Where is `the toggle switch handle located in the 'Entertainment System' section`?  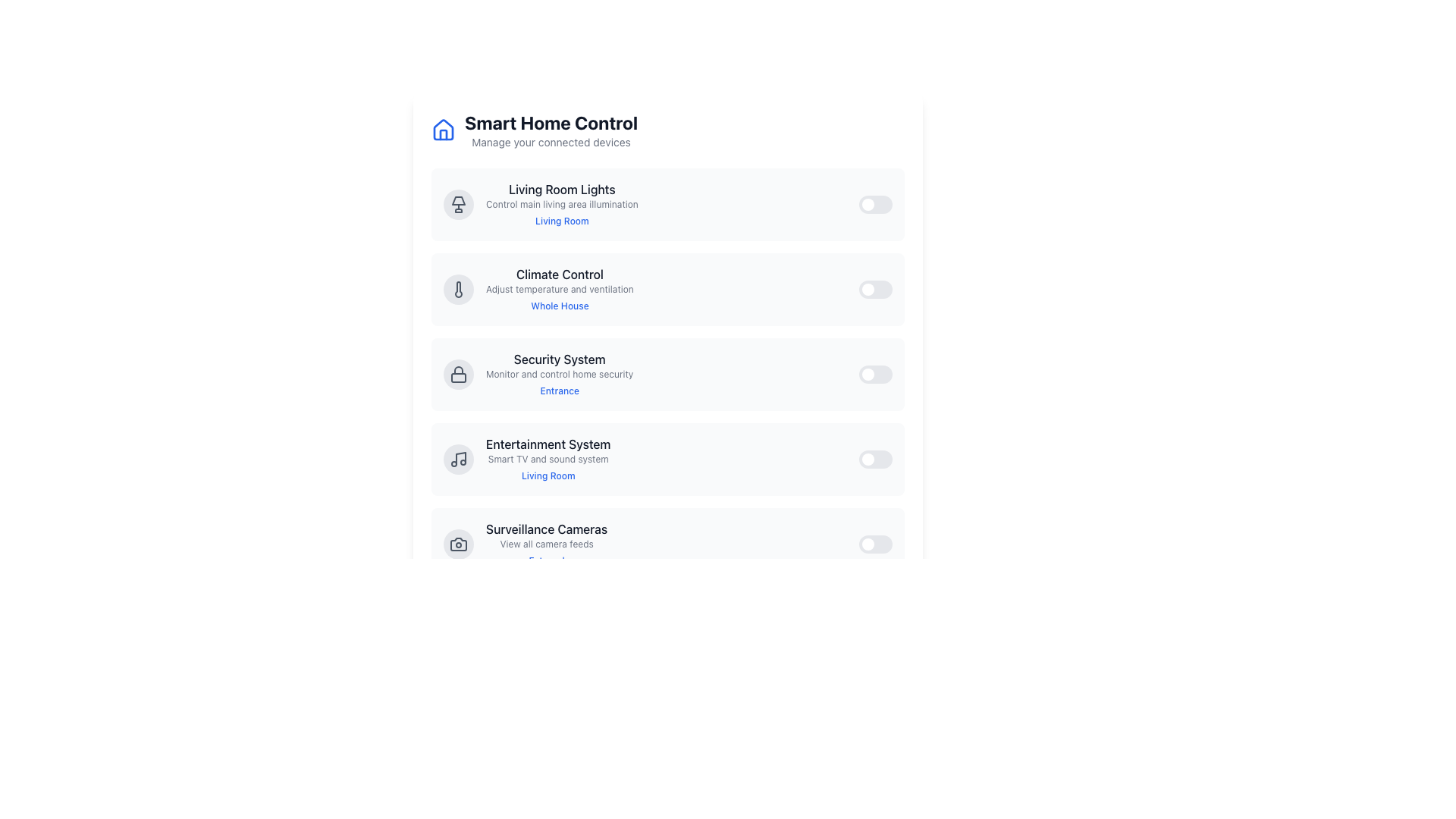
the toggle switch handle located in the 'Entertainment System' section is located at coordinates (868, 458).